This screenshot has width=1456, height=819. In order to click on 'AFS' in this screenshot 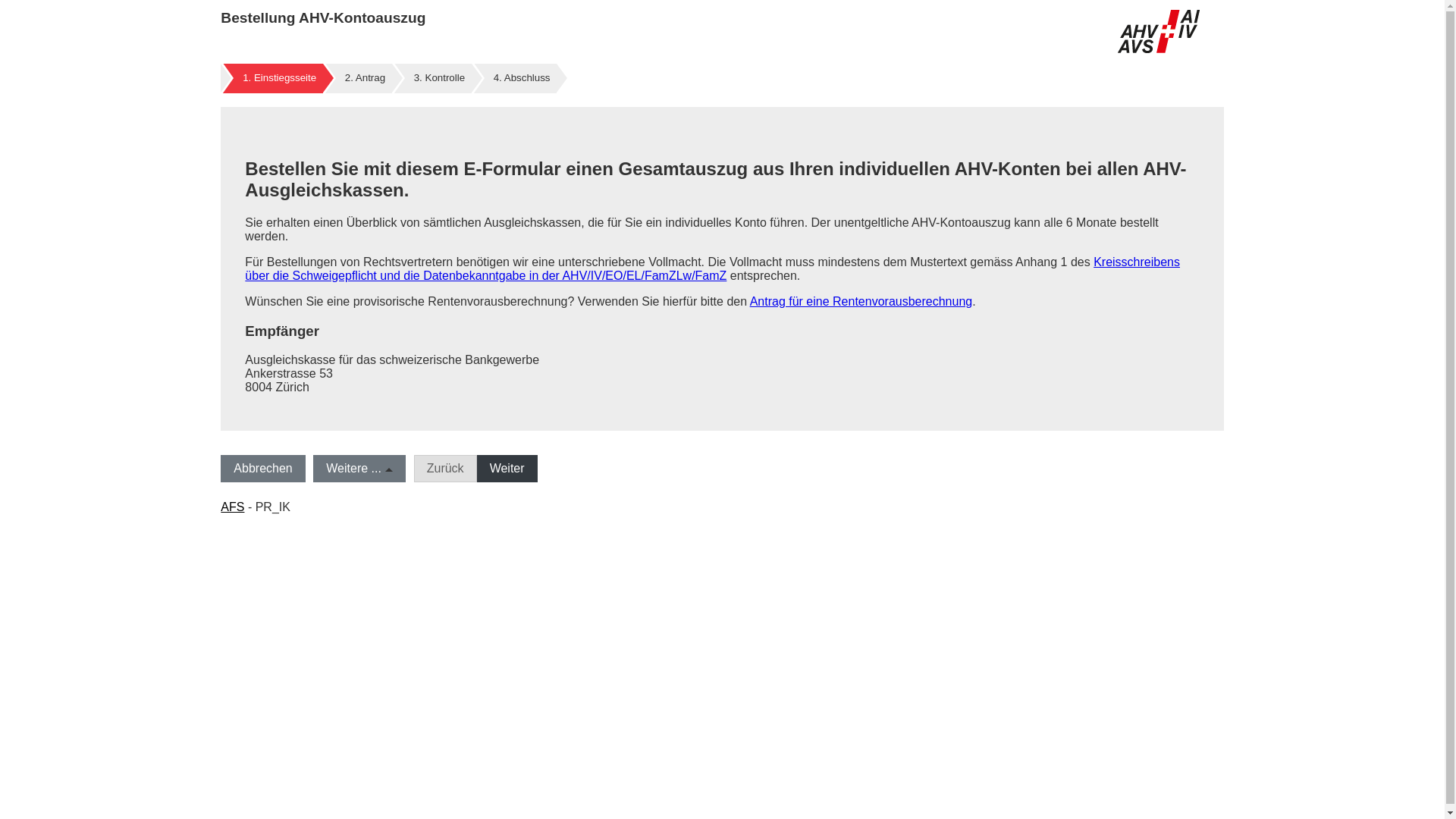, I will do `click(231, 507)`.